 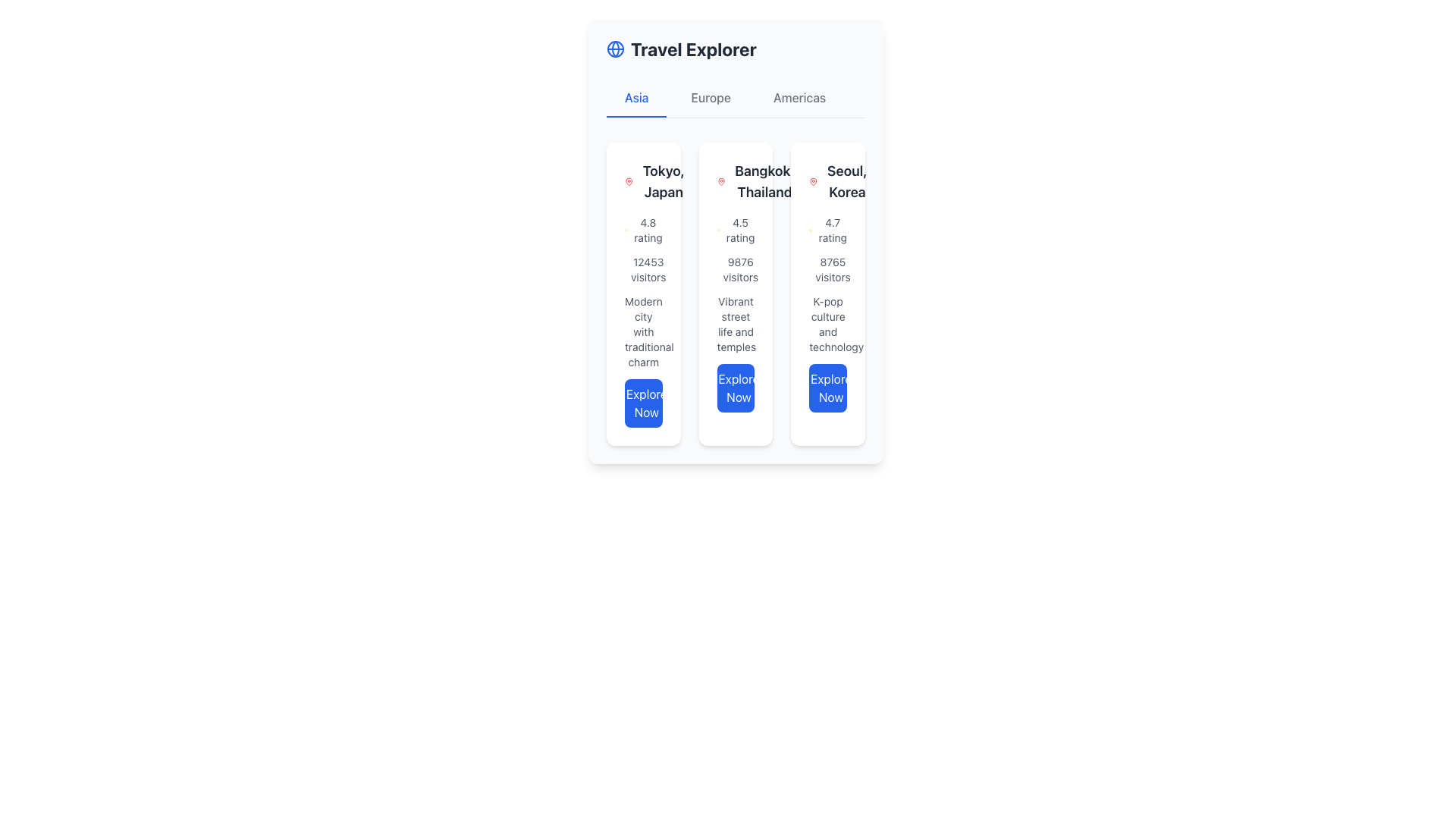 I want to click on displayed information from the text display showing '12453 visitors' with a preceding green group icon, located under 'Tokyo, Japan' and above the description 'Modern city with traditional charm.', so click(x=643, y=268).